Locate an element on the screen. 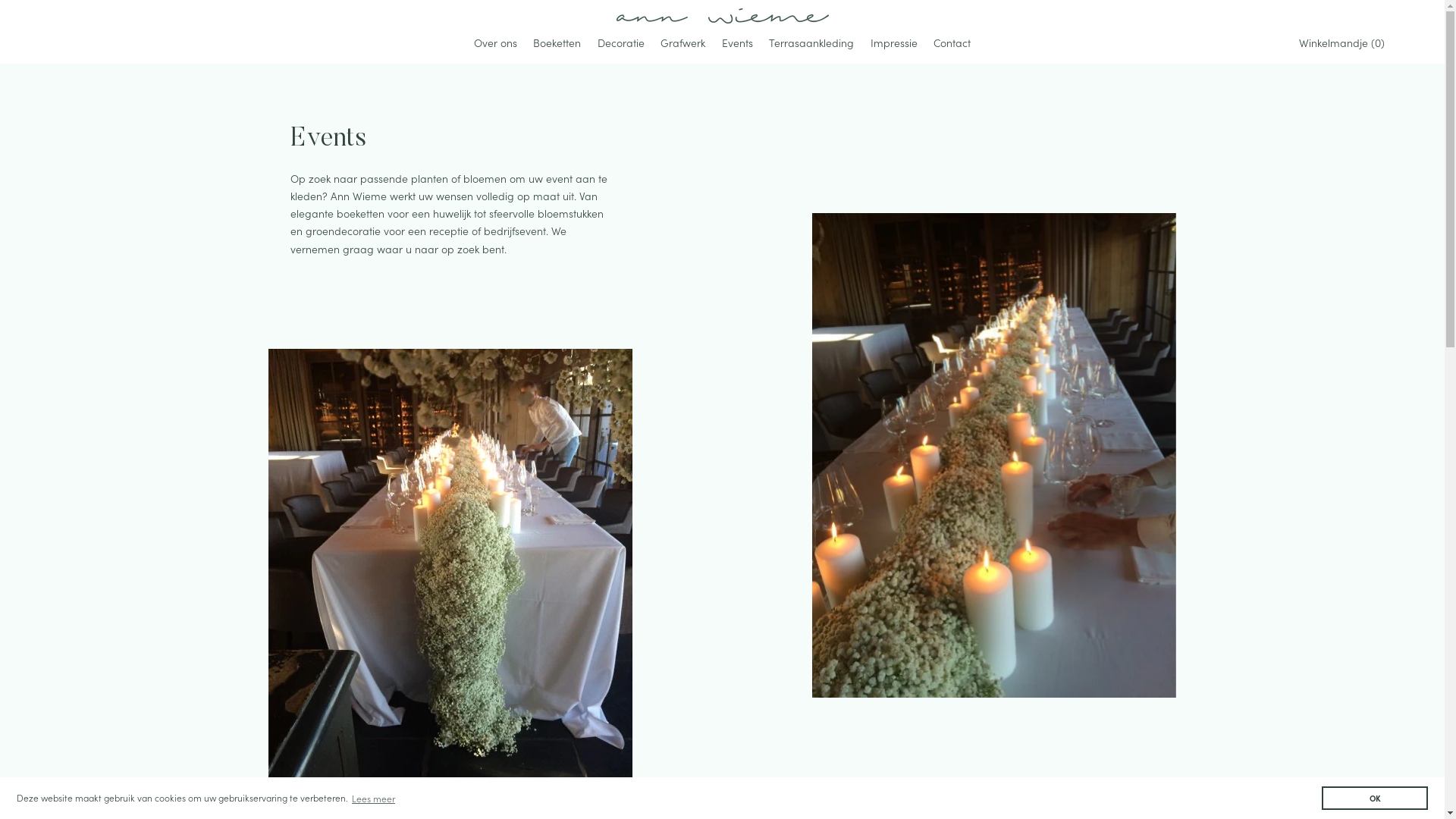 The width and height of the screenshot is (1456, 819). 'Lees meer' is located at coordinates (374, 797).